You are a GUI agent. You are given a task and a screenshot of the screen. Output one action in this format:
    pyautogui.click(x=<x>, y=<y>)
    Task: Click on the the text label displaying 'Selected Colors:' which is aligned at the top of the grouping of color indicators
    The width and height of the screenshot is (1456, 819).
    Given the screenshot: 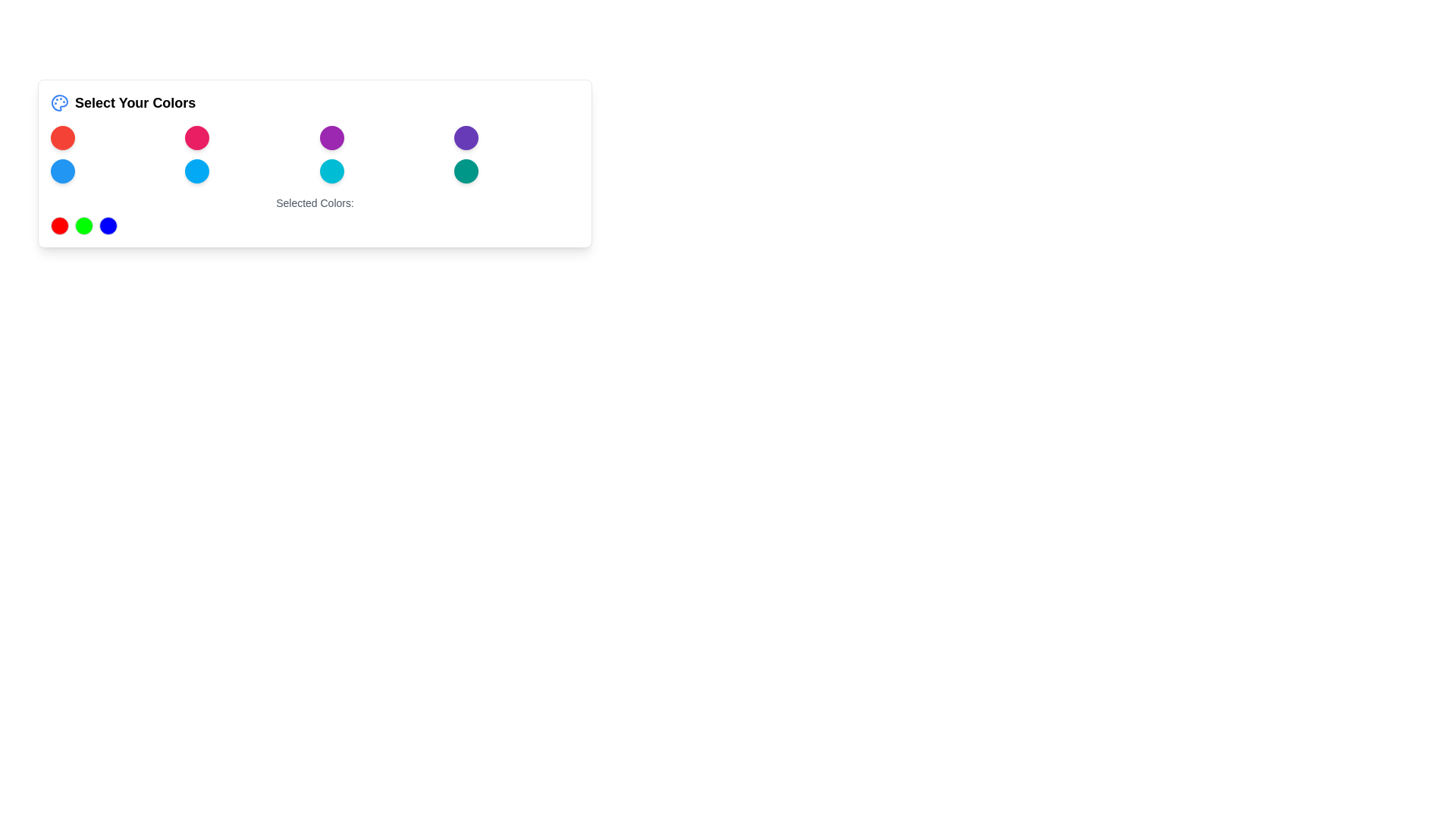 What is the action you would take?
    pyautogui.click(x=314, y=202)
    